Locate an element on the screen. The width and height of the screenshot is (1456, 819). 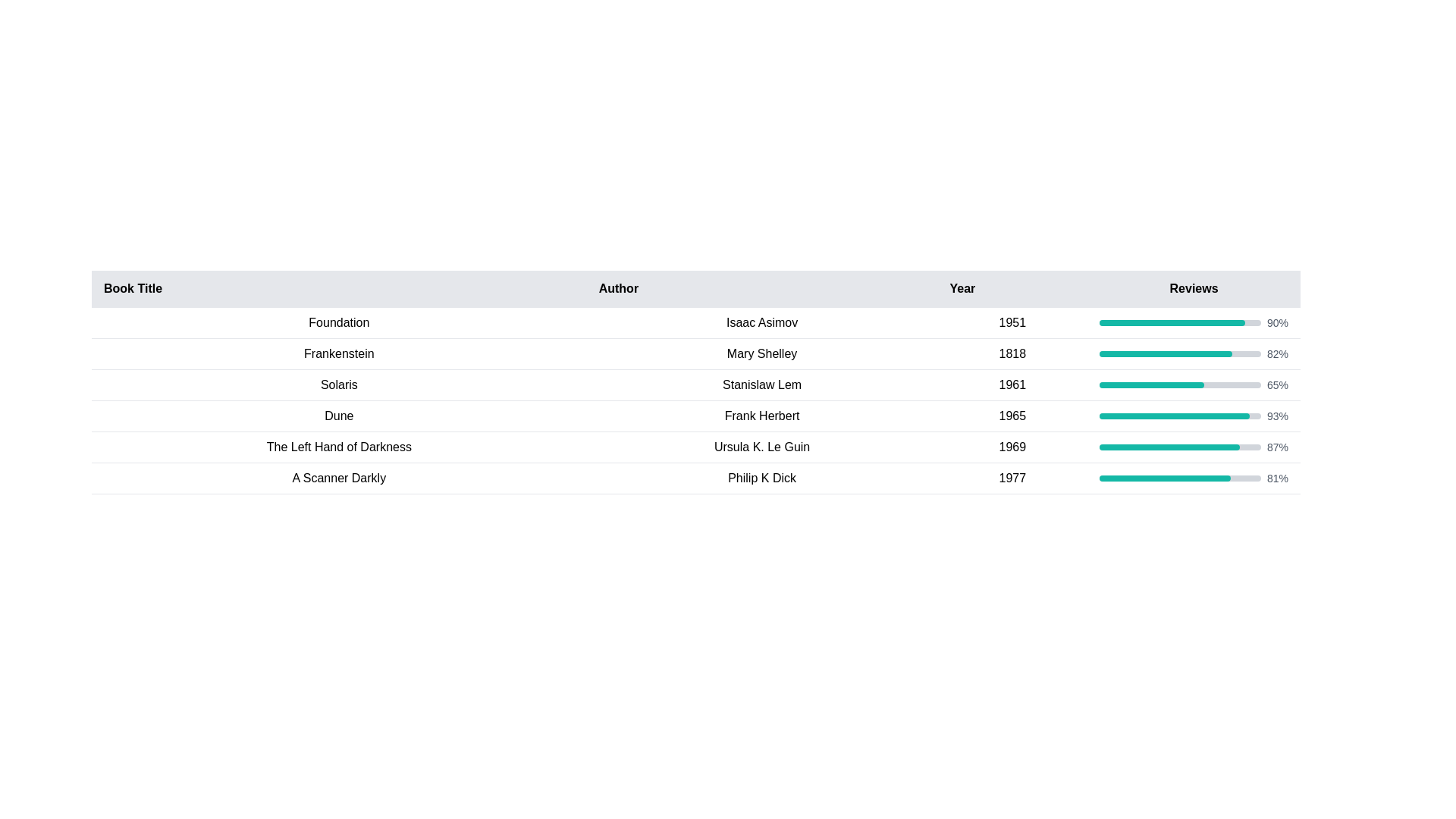
the text label displaying the year '1818' in bold font style, which is located in the 'Year' column of the row labeled 'Mary Shelley' in the table layout is located at coordinates (1012, 353).